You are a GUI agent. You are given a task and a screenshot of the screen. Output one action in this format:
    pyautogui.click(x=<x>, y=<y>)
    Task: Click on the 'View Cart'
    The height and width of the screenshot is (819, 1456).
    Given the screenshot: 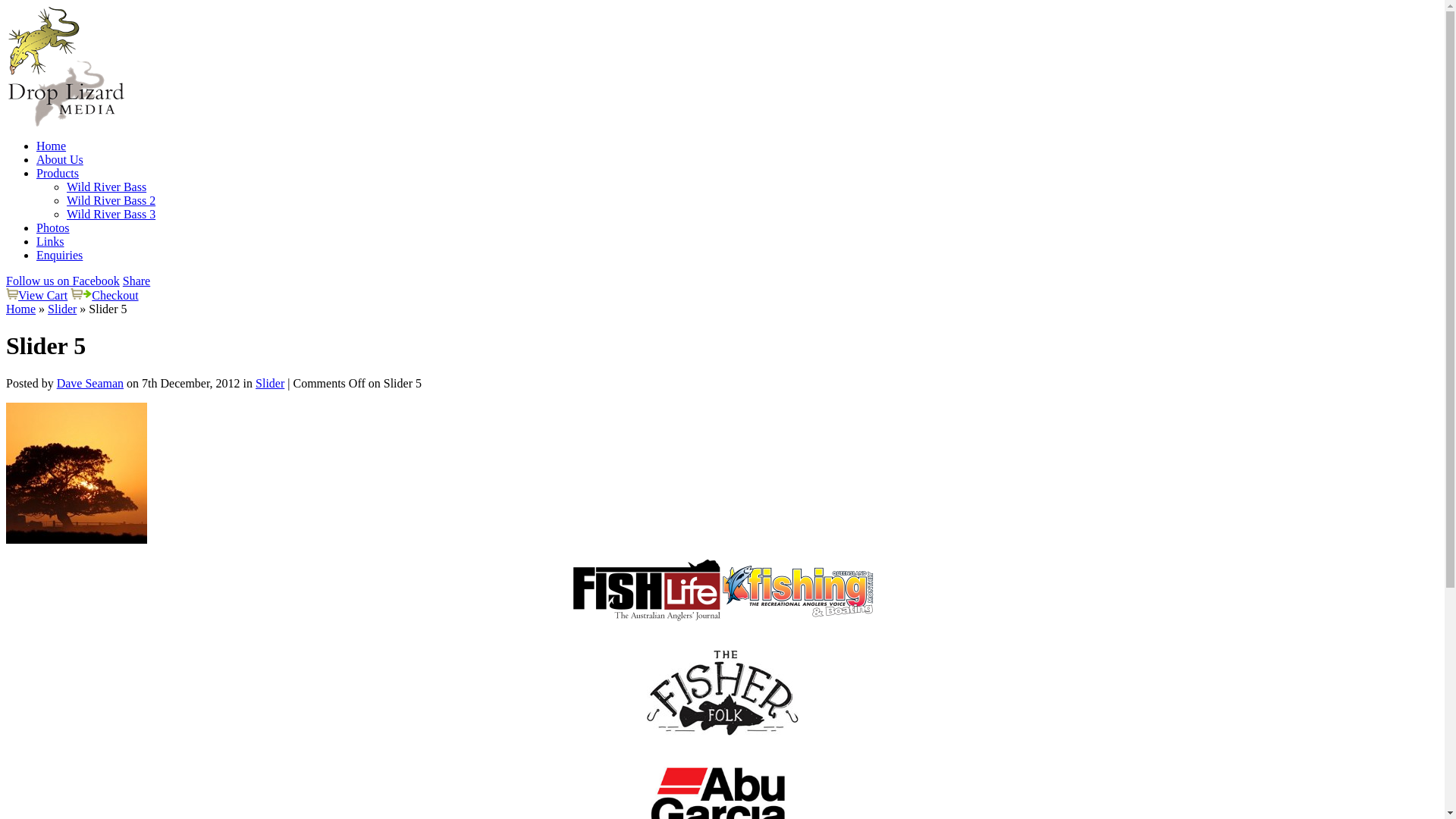 What is the action you would take?
    pyautogui.click(x=42, y=295)
    